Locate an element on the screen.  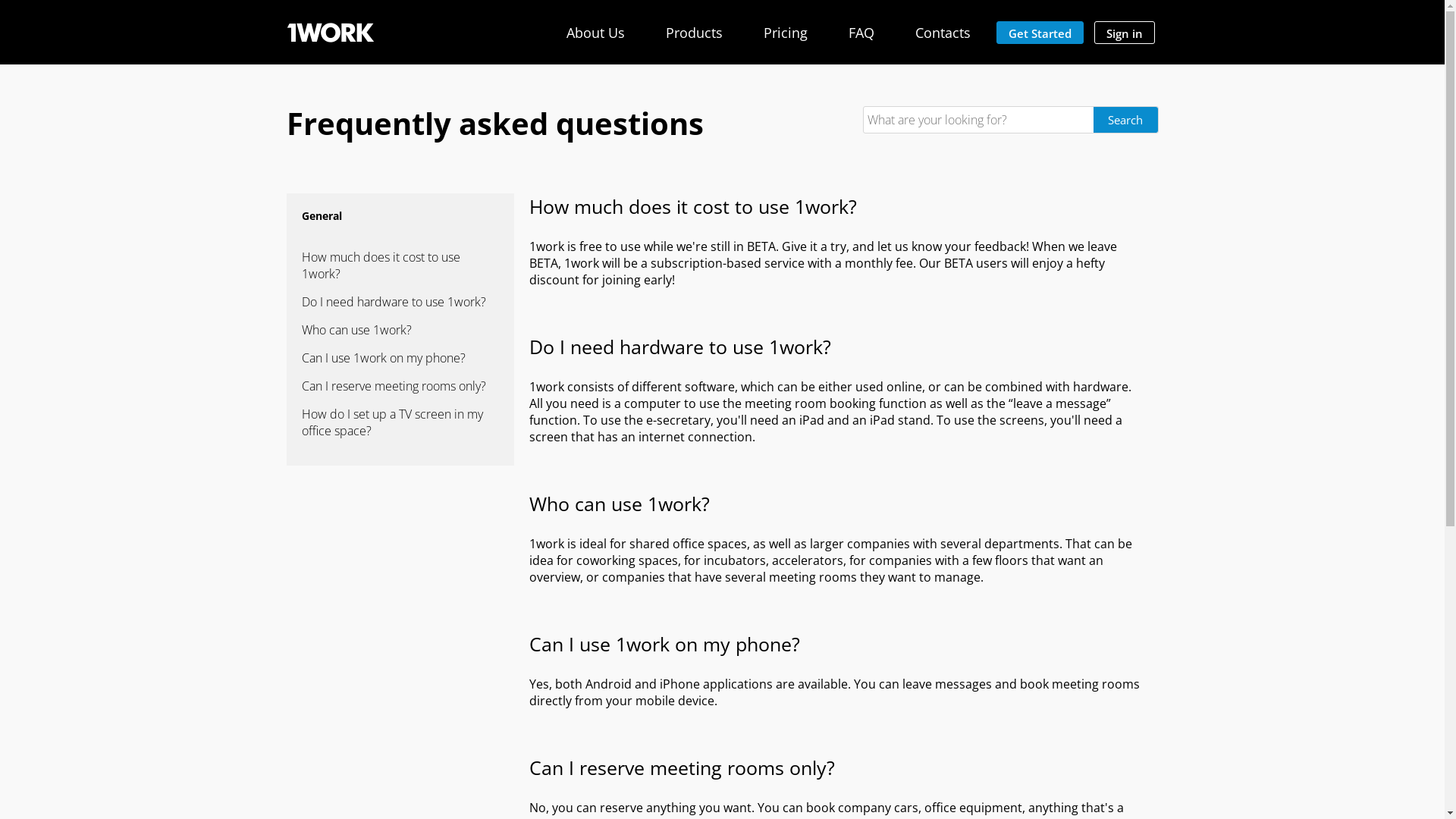
'About Us' is located at coordinates (594, 32).